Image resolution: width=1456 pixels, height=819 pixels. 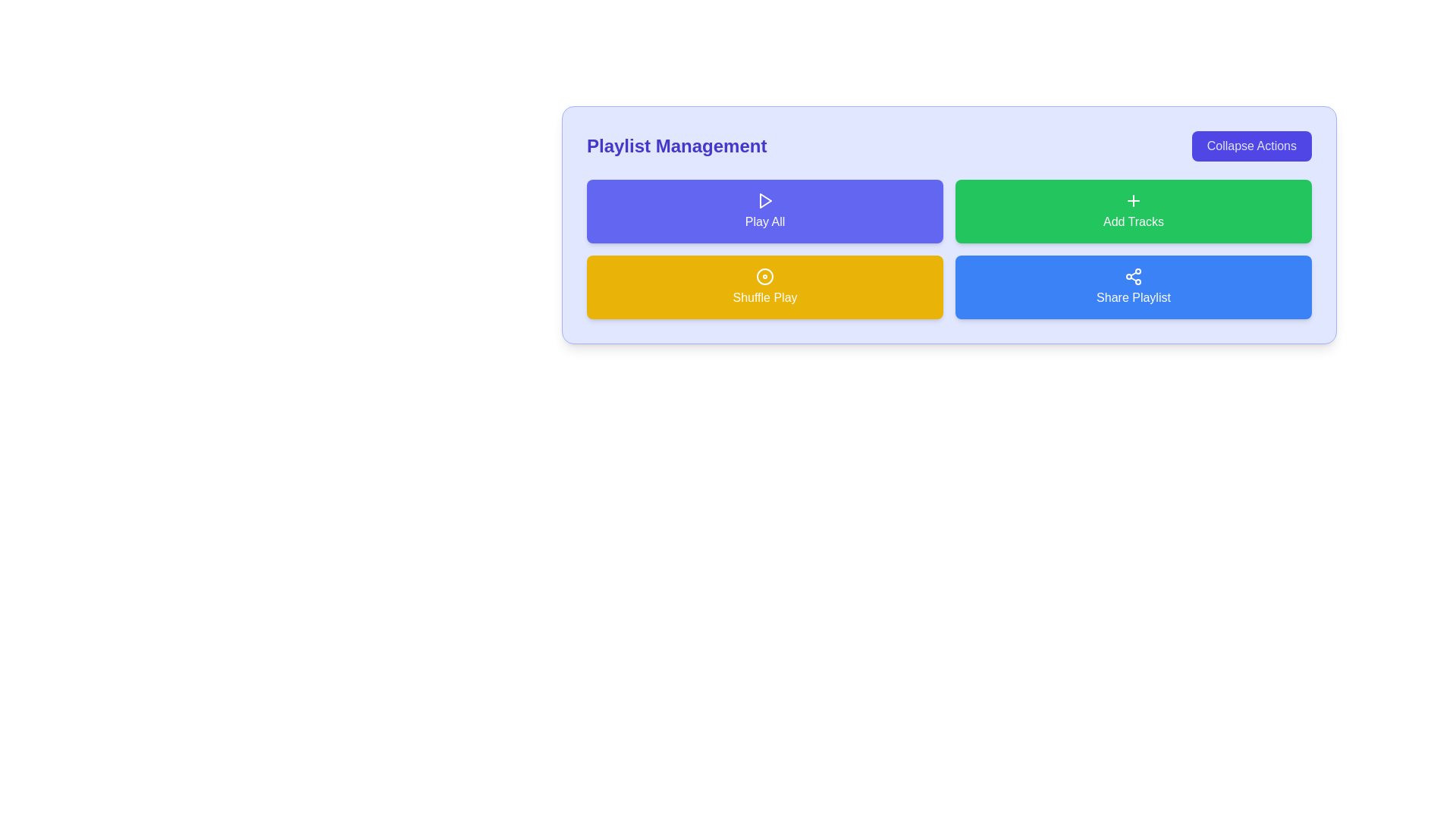 I want to click on the 'Play All' button located in the top-left quadrant of the button grid, positioned under 'Playlist Management' and to the left of 'Add Tracks', so click(x=764, y=211).